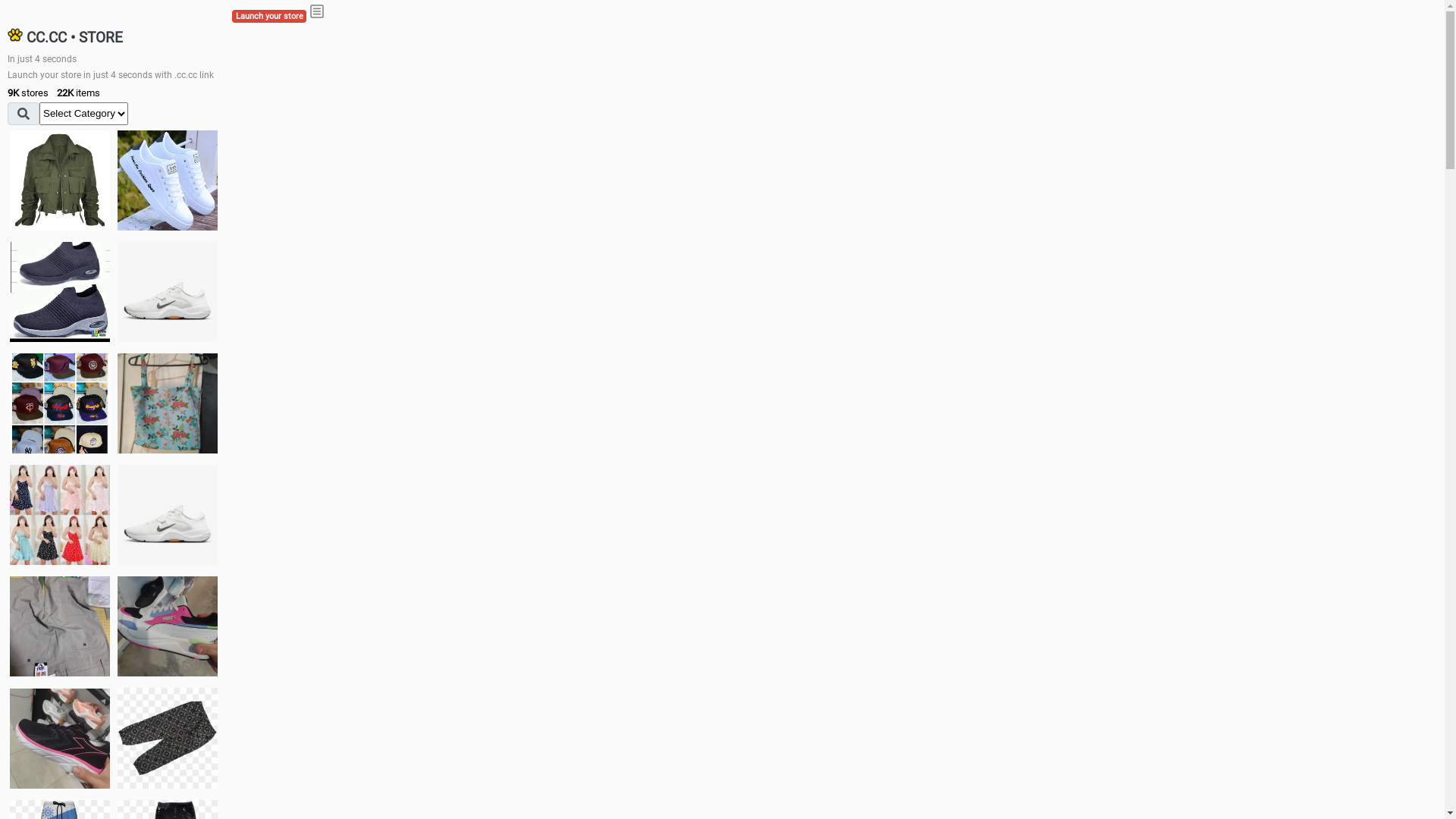 The image size is (1456, 819). Describe the element at coordinates (167, 180) in the screenshot. I see `'white shoes'` at that location.